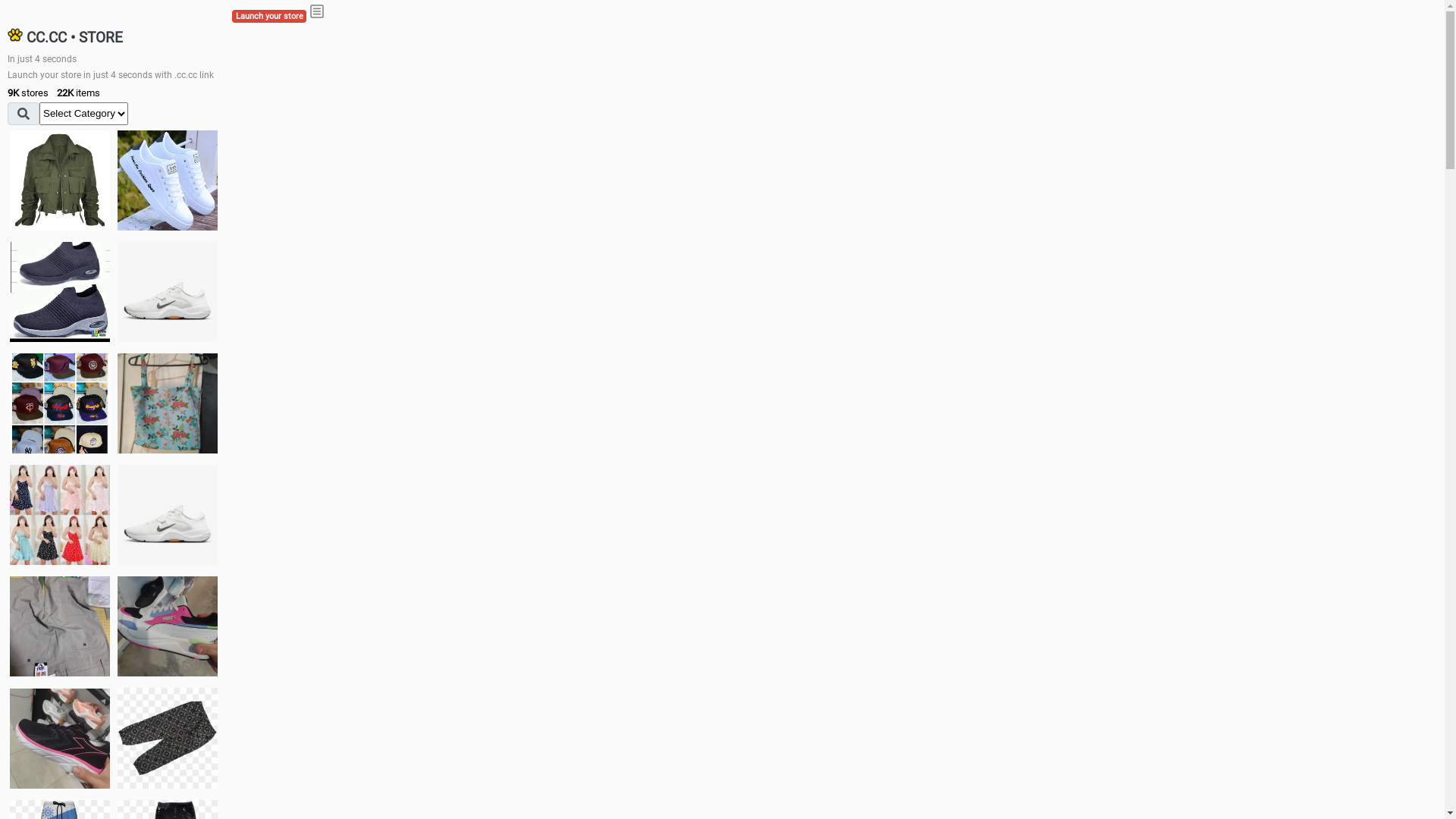 The image size is (1456, 819). Describe the element at coordinates (167, 180) in the screenshot. I see `'white shoes'` at that location.